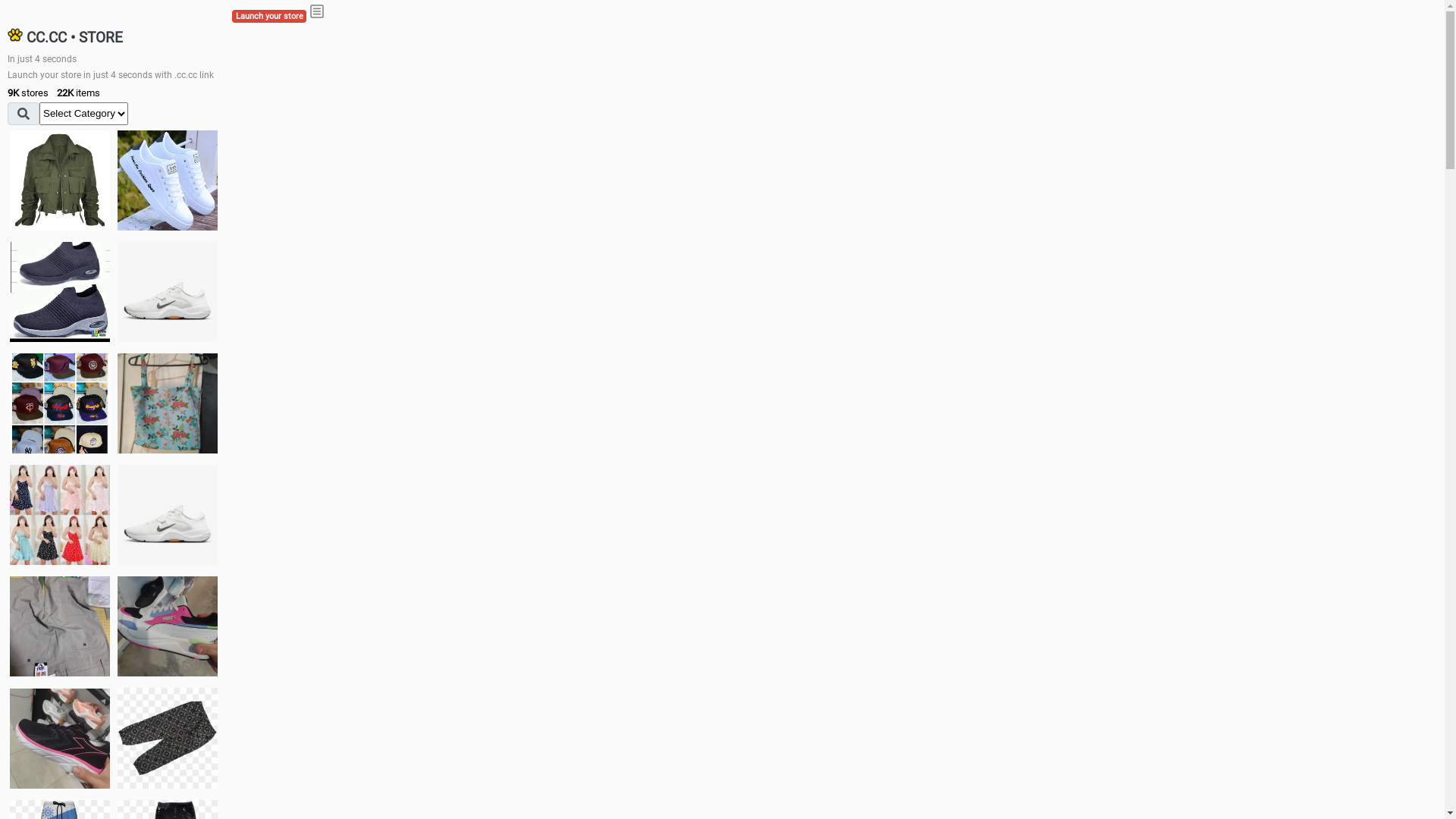 The image size is (1456, 819). Describe the element at coordinates (167, 180) in the screenshot. I see `'white shoes'` at that location.